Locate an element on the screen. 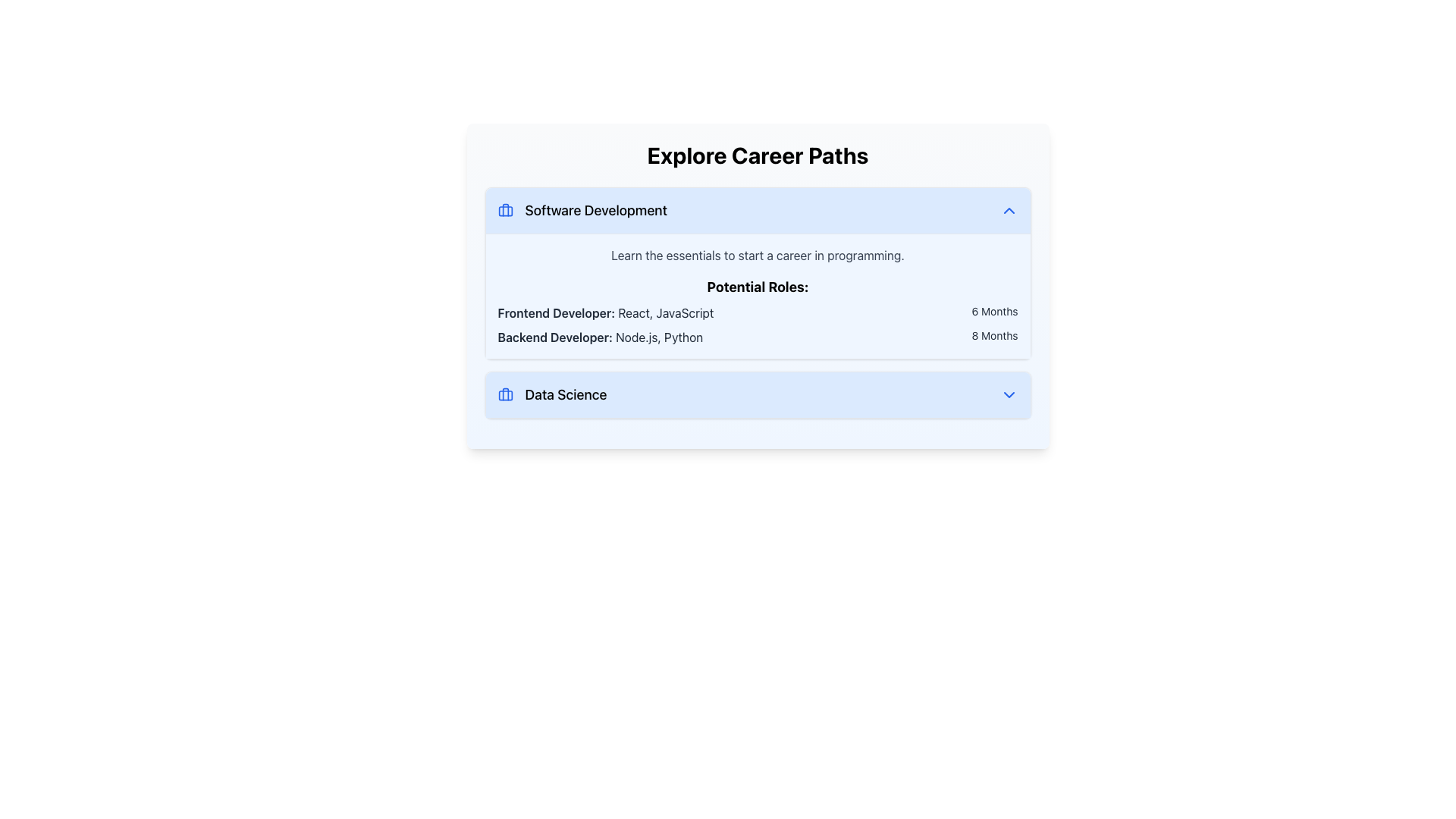 The image size is (1456, 819). the Text Label that informs users about the role of a Backend Developer and associated technologies like Node.js and Python for accessibility is located at coordinates (599, 336).